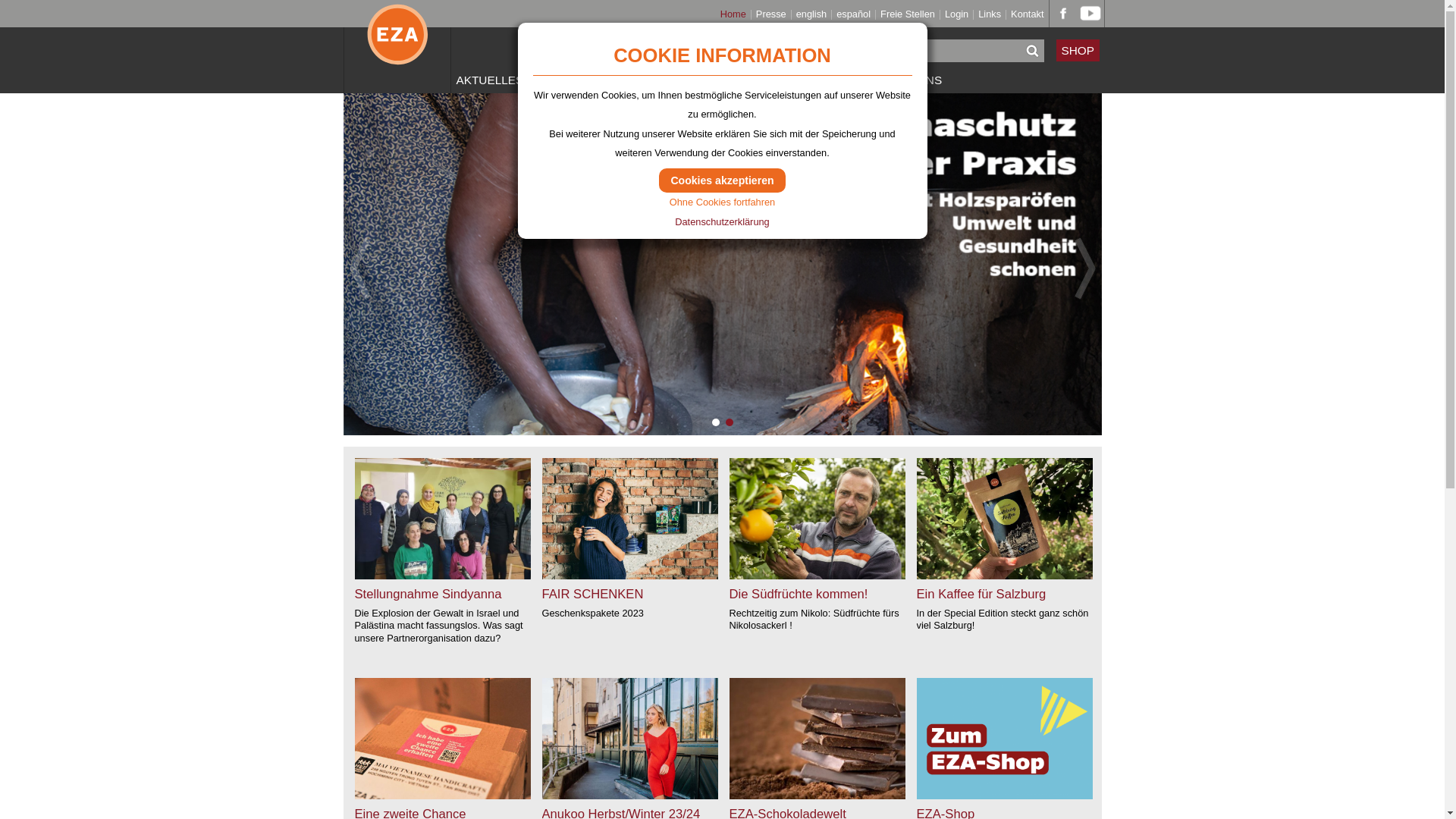  Describe the element at coordinates (1048, 11) in the screenshot. I see `'EZA bei facebook'` at that location.